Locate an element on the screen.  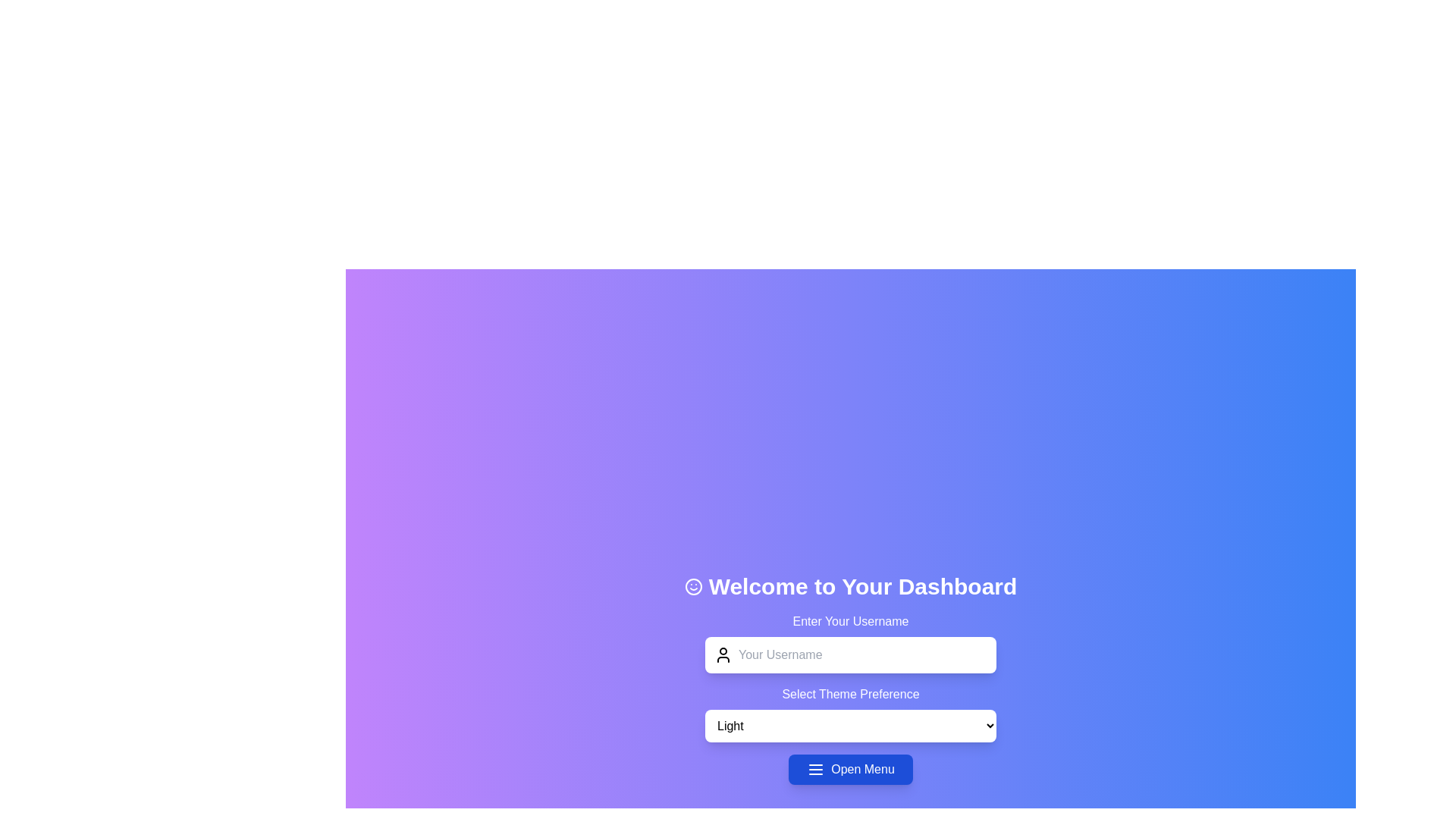
the text input field labeled 'Enter Your Username' is located at coordinates (851, 642).